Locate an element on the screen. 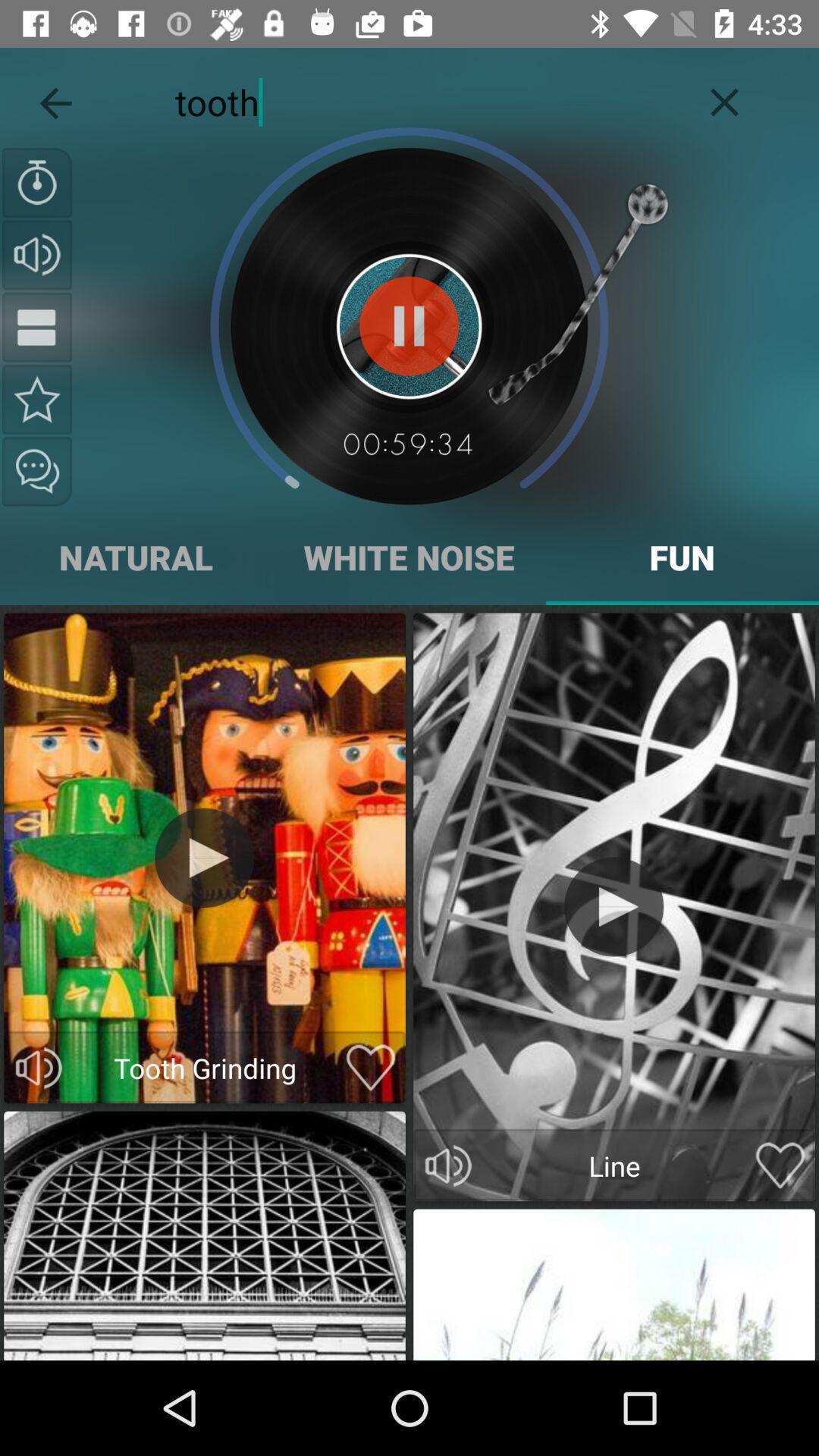 The height and width of the screenshot is (1456, 819). change volume is located at coordinates (36, 255).